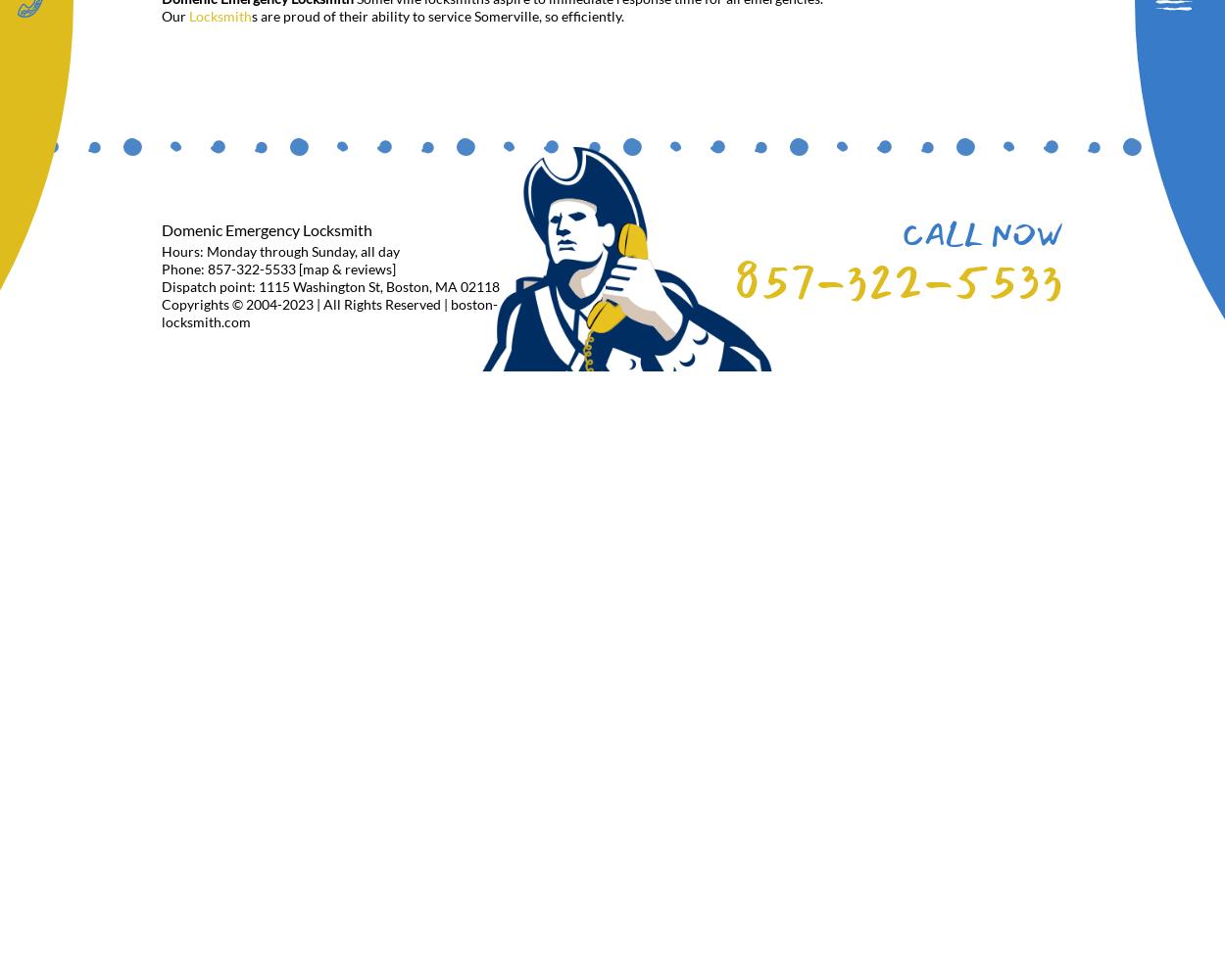  I want to click on 'Our', so click(175, 15).